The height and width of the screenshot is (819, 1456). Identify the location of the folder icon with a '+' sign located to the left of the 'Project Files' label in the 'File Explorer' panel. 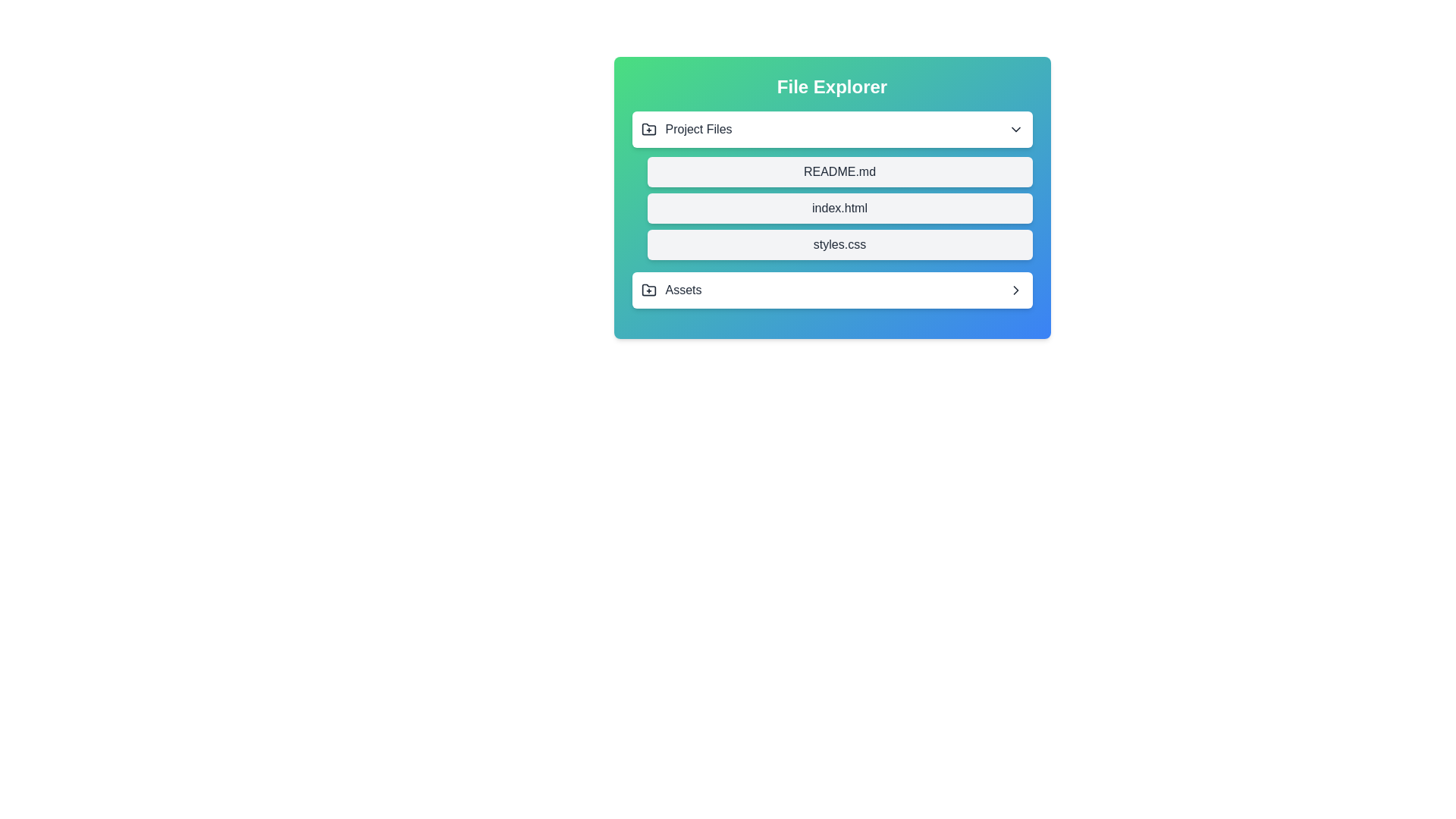
(648, 128).